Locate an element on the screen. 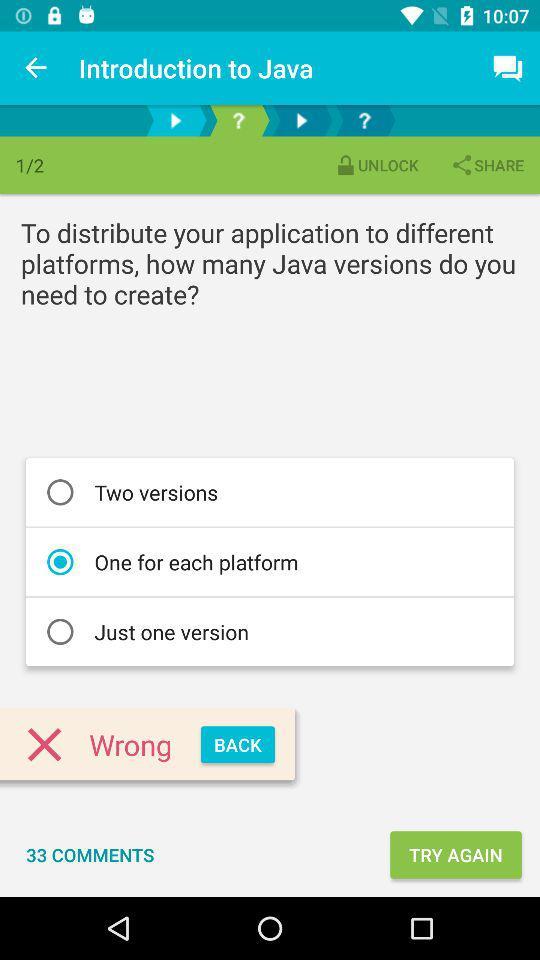 This screenshot has height=960, width=540. item at the bottom right corner is located at coordinates (455, 853).